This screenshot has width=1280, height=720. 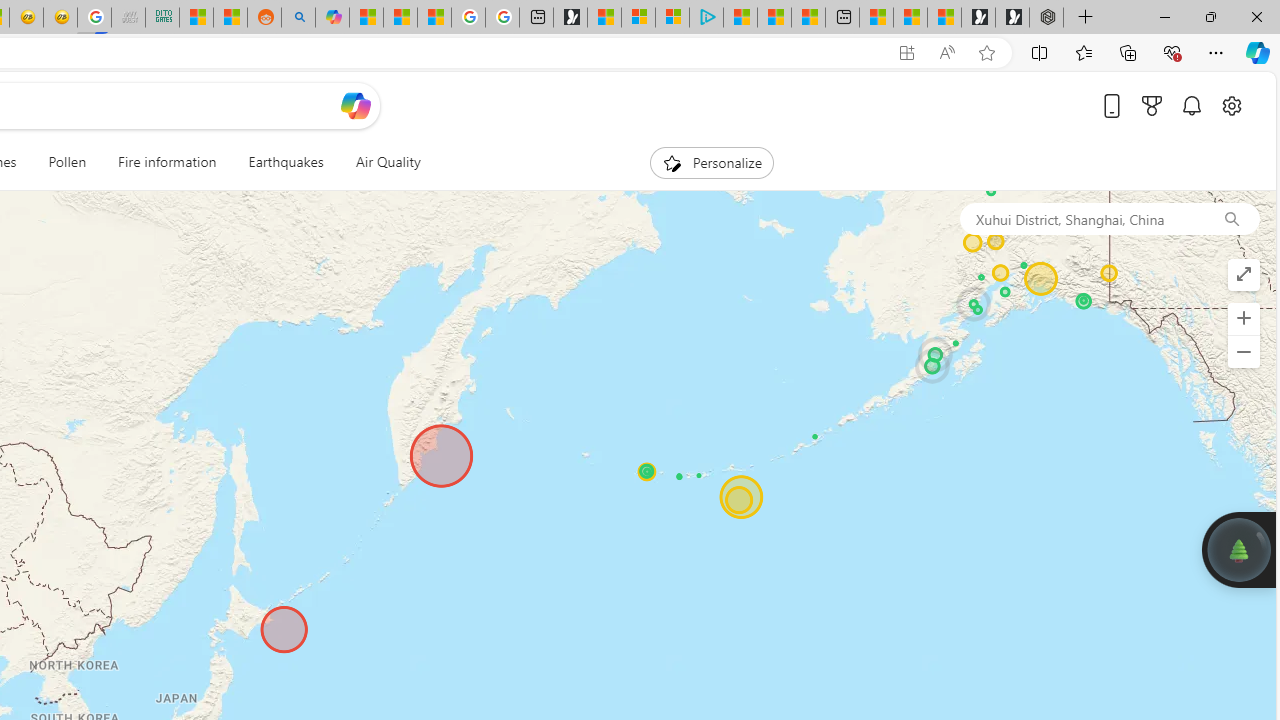 What do you see at coordinates (1082, 51) in the screenshot?
I see `'Favorites'` at bounding box center [1082, 51].